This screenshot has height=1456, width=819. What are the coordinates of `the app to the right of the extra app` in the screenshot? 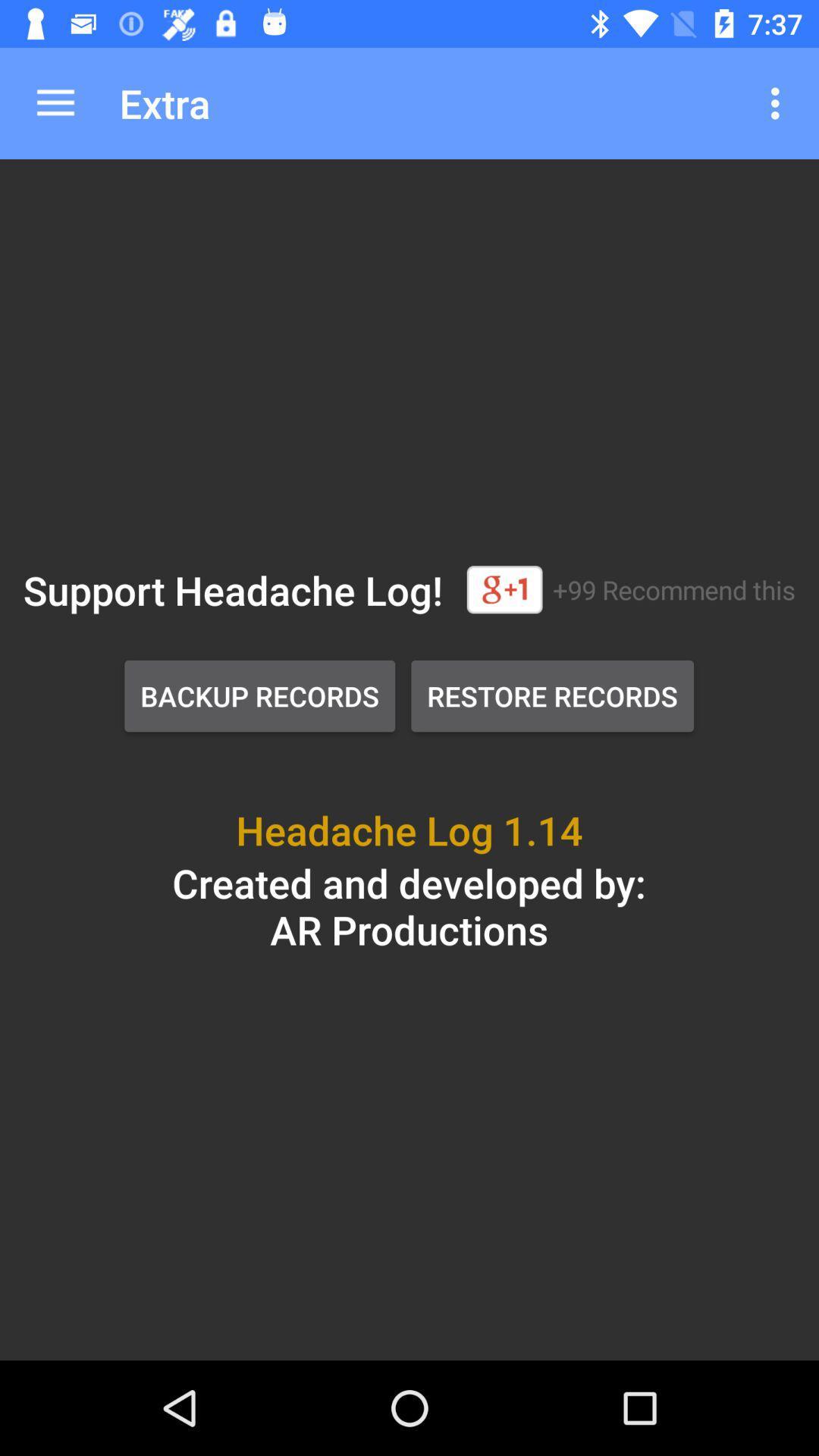 It's located at (779, 102).